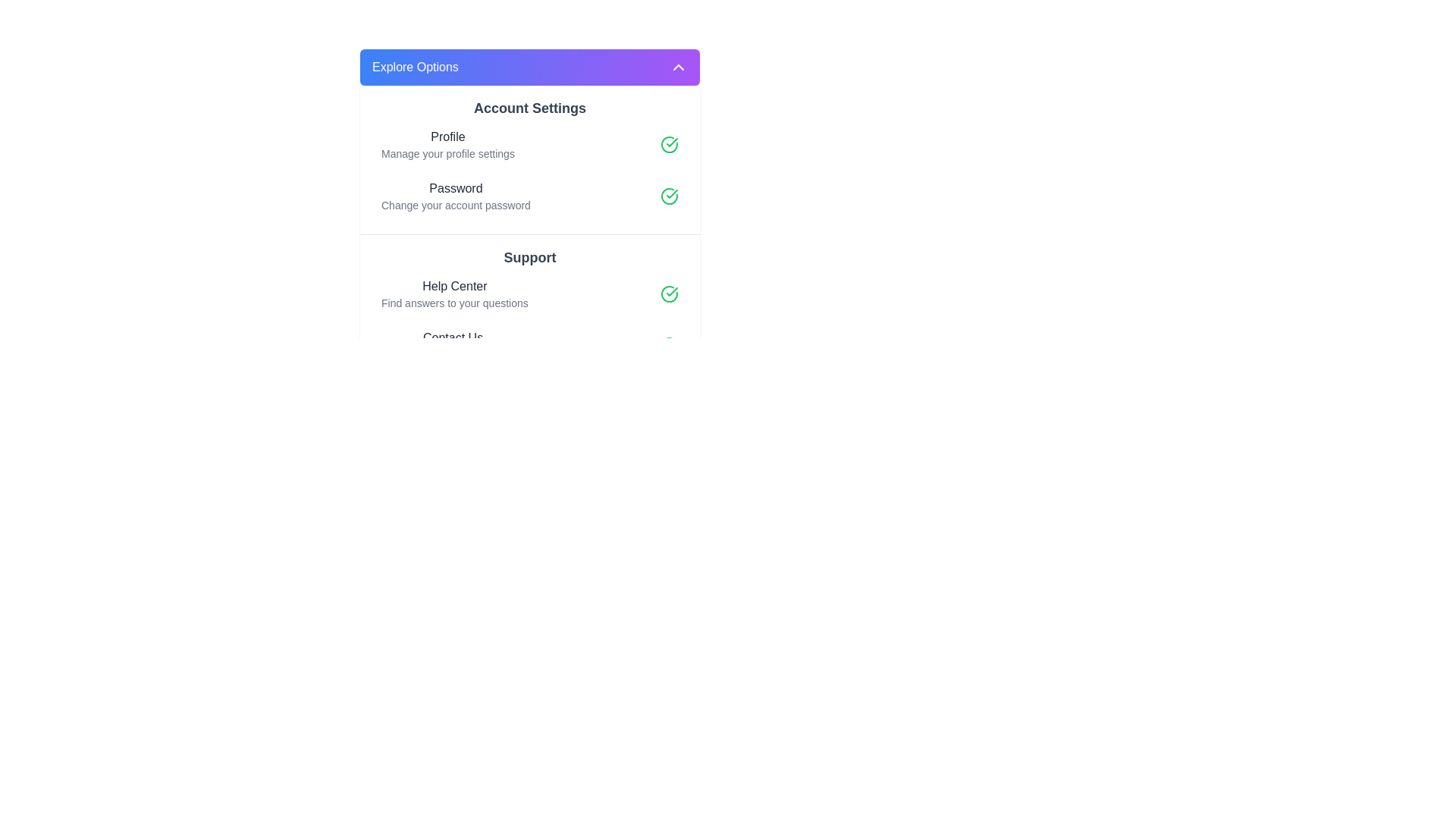  I want to click on the static text element displaying 'Profile' and 'Manage your profile settings', so click(447, 145).